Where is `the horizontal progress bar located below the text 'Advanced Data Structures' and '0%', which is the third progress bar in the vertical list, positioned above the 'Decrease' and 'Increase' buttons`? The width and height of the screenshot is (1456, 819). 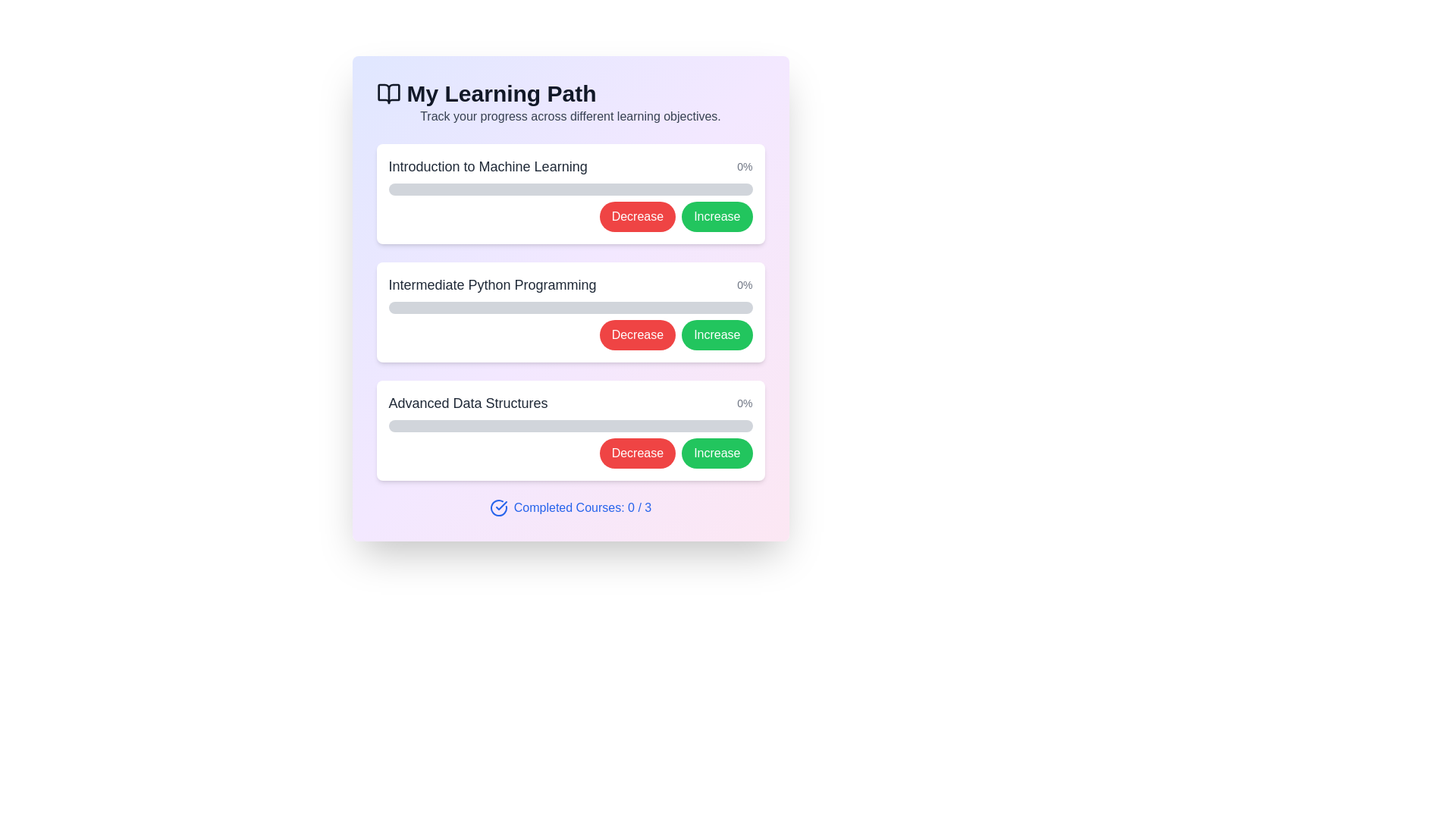
the horizontal progress bar located below the text 'Advanced Data Structures' and '0%', which is the third progress bar in the vertical list, positioned above the 'Decrease' and 'Increase' buttons is located at coordinates (570, 426).